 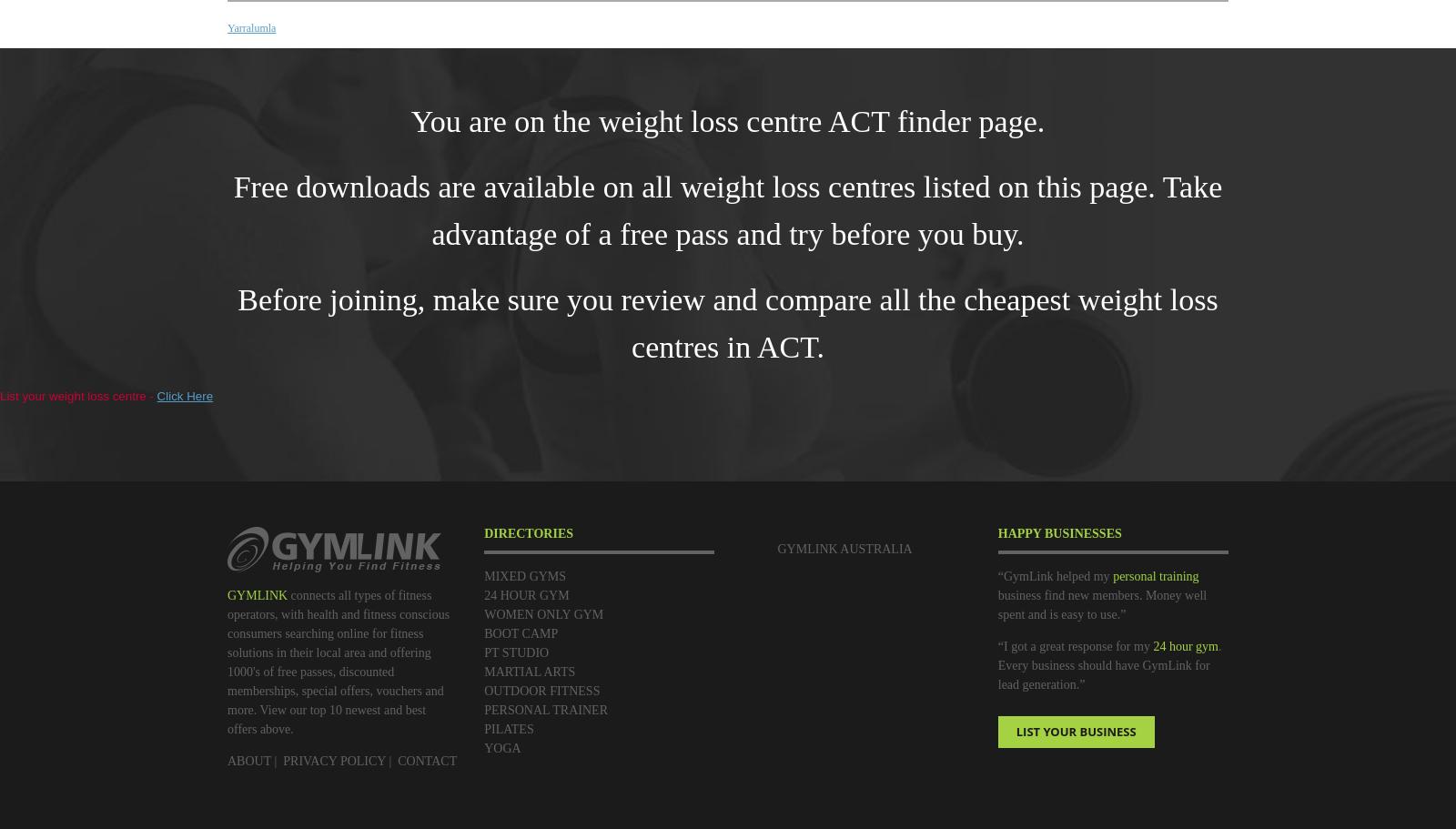 What do you see at coordinates (527, 533) in the screenshot?
I see `'Directories'` at bounding box center [527, 533].